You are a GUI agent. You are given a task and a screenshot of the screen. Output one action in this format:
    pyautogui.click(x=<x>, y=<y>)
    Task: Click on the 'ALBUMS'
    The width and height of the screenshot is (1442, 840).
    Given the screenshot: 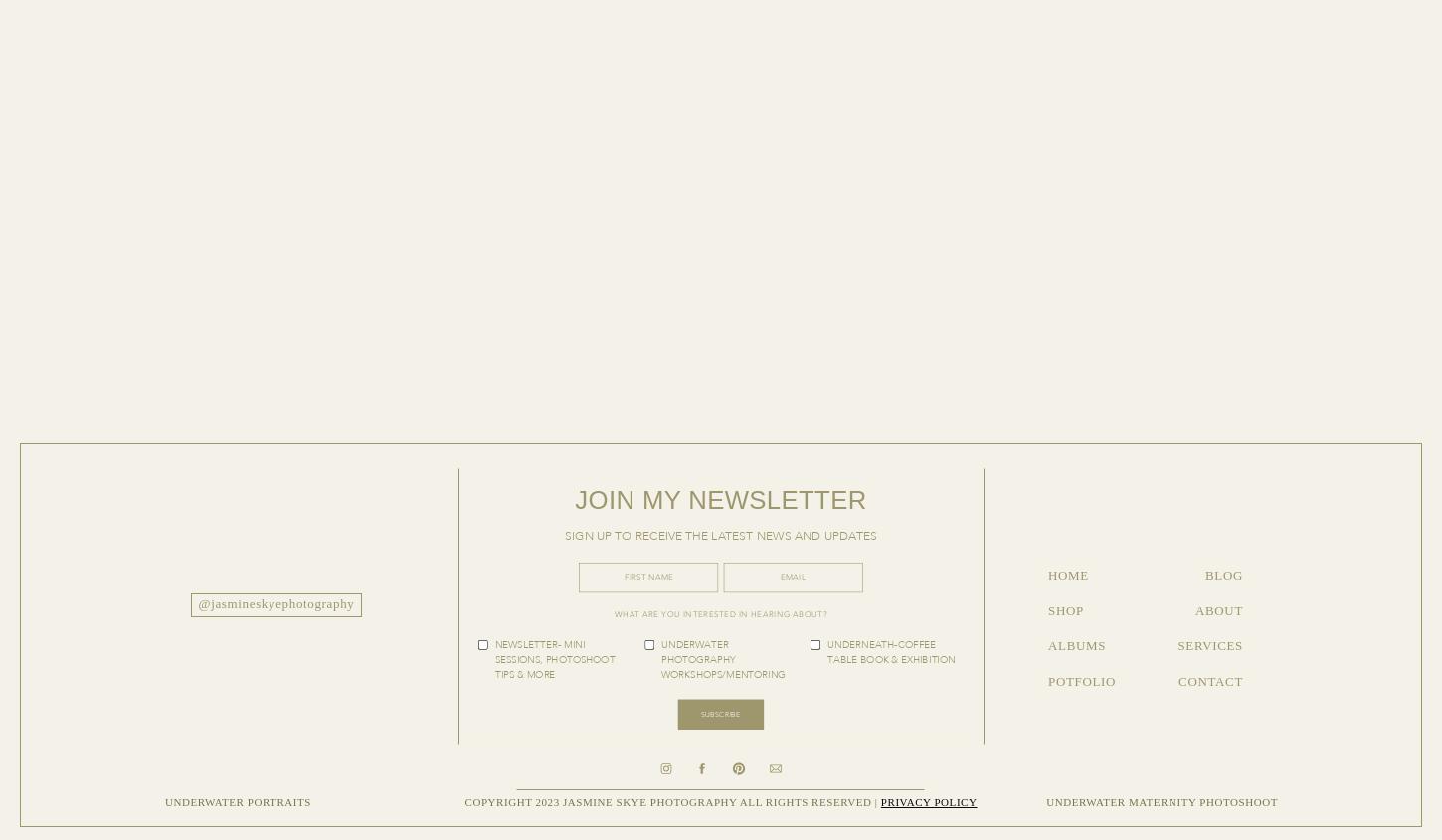 What is the action you would take?
    pyautogui.click(x=1077, y=645)
    